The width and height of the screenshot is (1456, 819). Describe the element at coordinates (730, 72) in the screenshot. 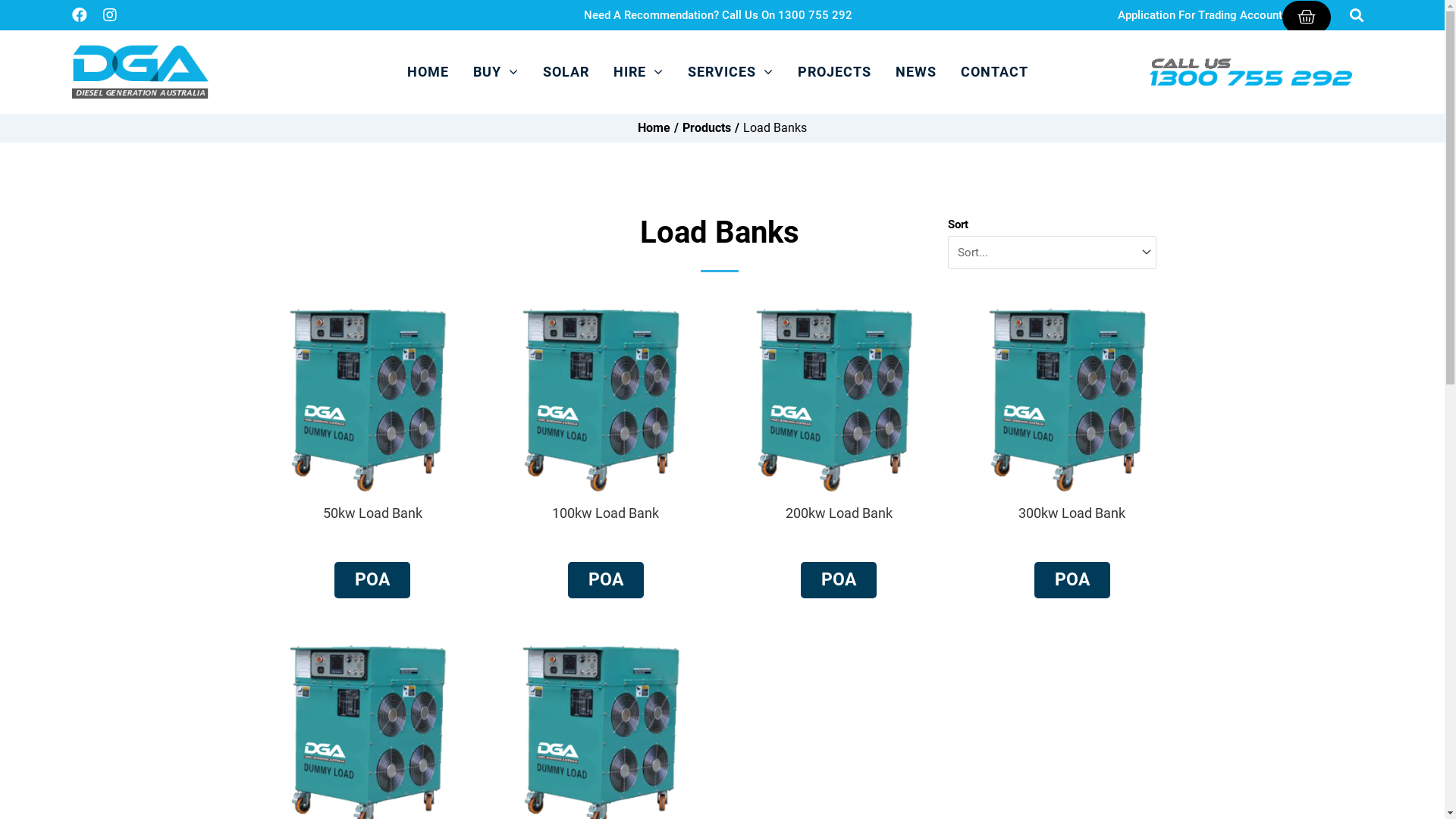

I see `'SERVICES'` at that location.